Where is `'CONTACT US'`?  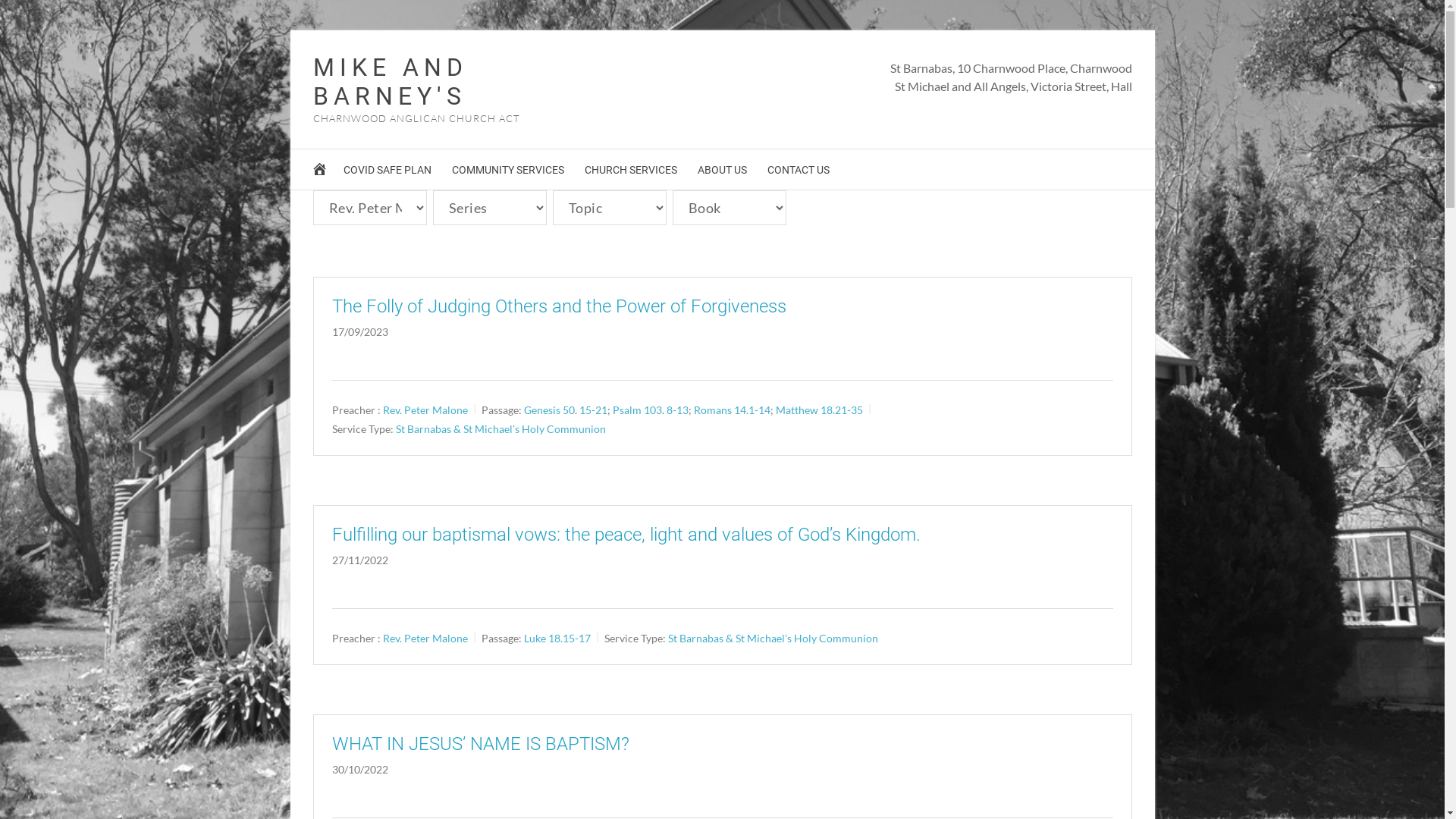 'CONTACT US' is located at coordinates (797, 169).